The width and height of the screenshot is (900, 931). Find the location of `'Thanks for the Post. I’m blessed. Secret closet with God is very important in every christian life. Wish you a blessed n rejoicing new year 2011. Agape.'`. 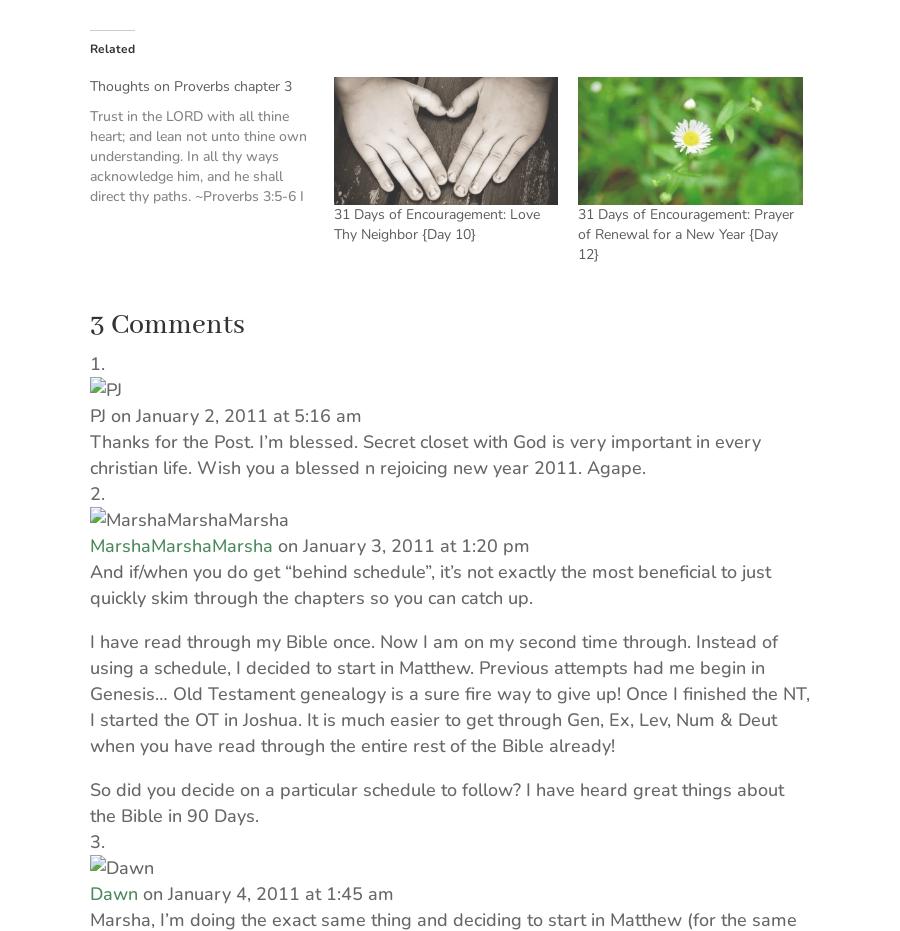

'Thanks for the Post. I’m blessed. Secret closet with God is very important in every christian life. Wish you a blessed n rejoicing new year 2011. Agape.' is located at coordinates (425, 453).